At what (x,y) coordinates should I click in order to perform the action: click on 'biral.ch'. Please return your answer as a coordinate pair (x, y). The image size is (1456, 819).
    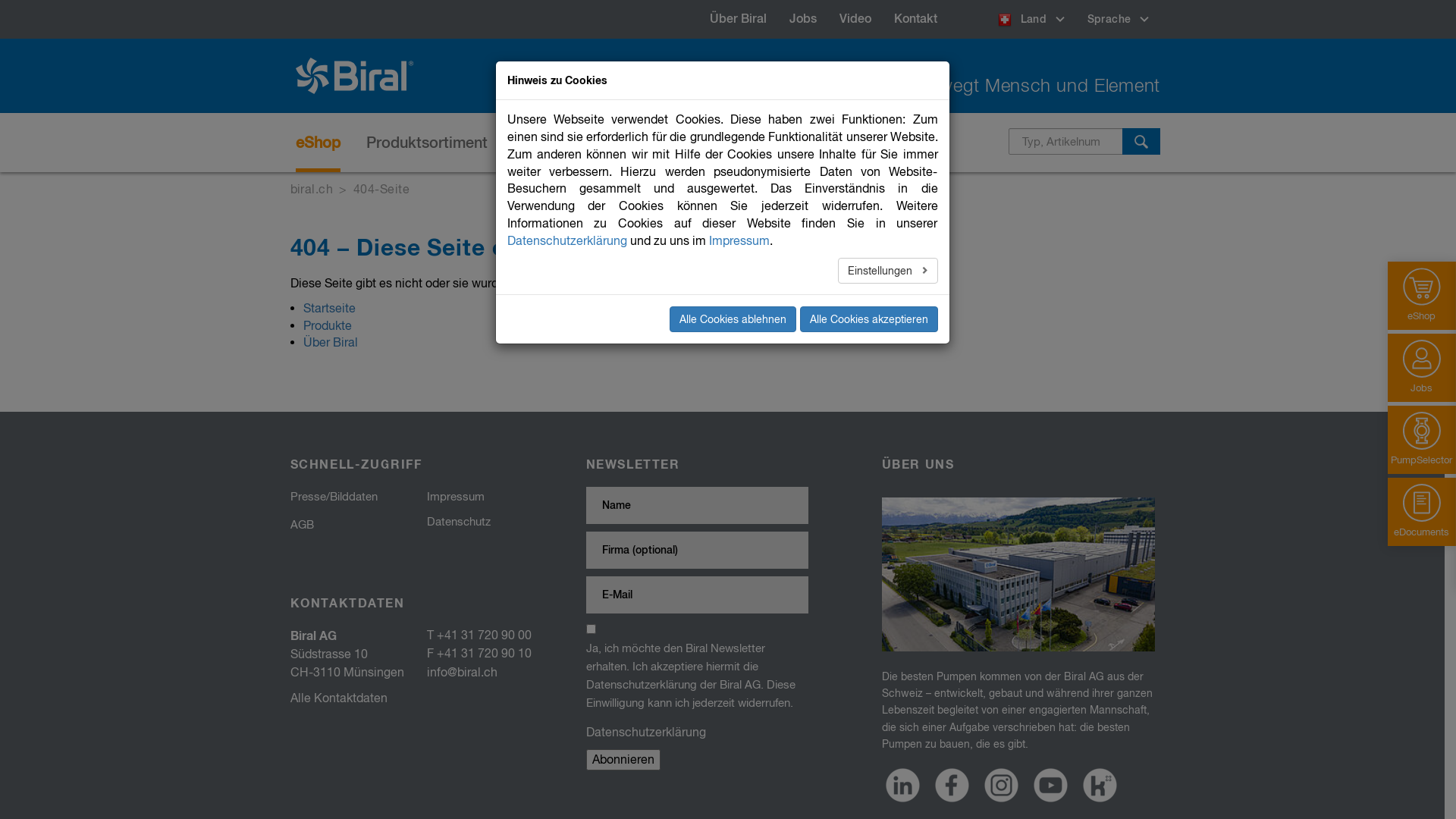
    Looking at the image, I should click on (310, 188).